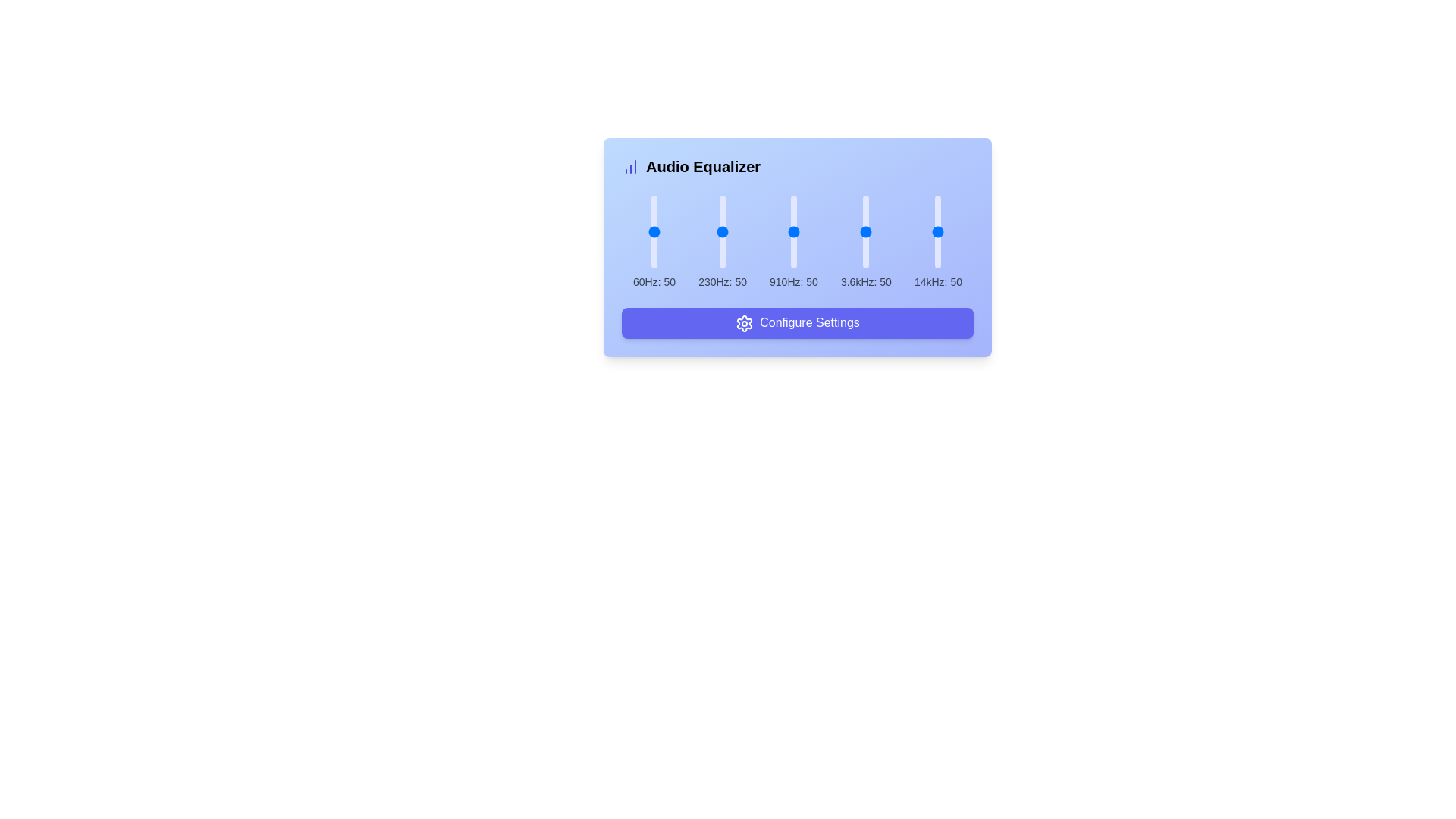 This screenshot has width=1456, height=819. Describe the element at coordinates (792, 237) in the screenshot. I see `the 910Hz slider` at that location.